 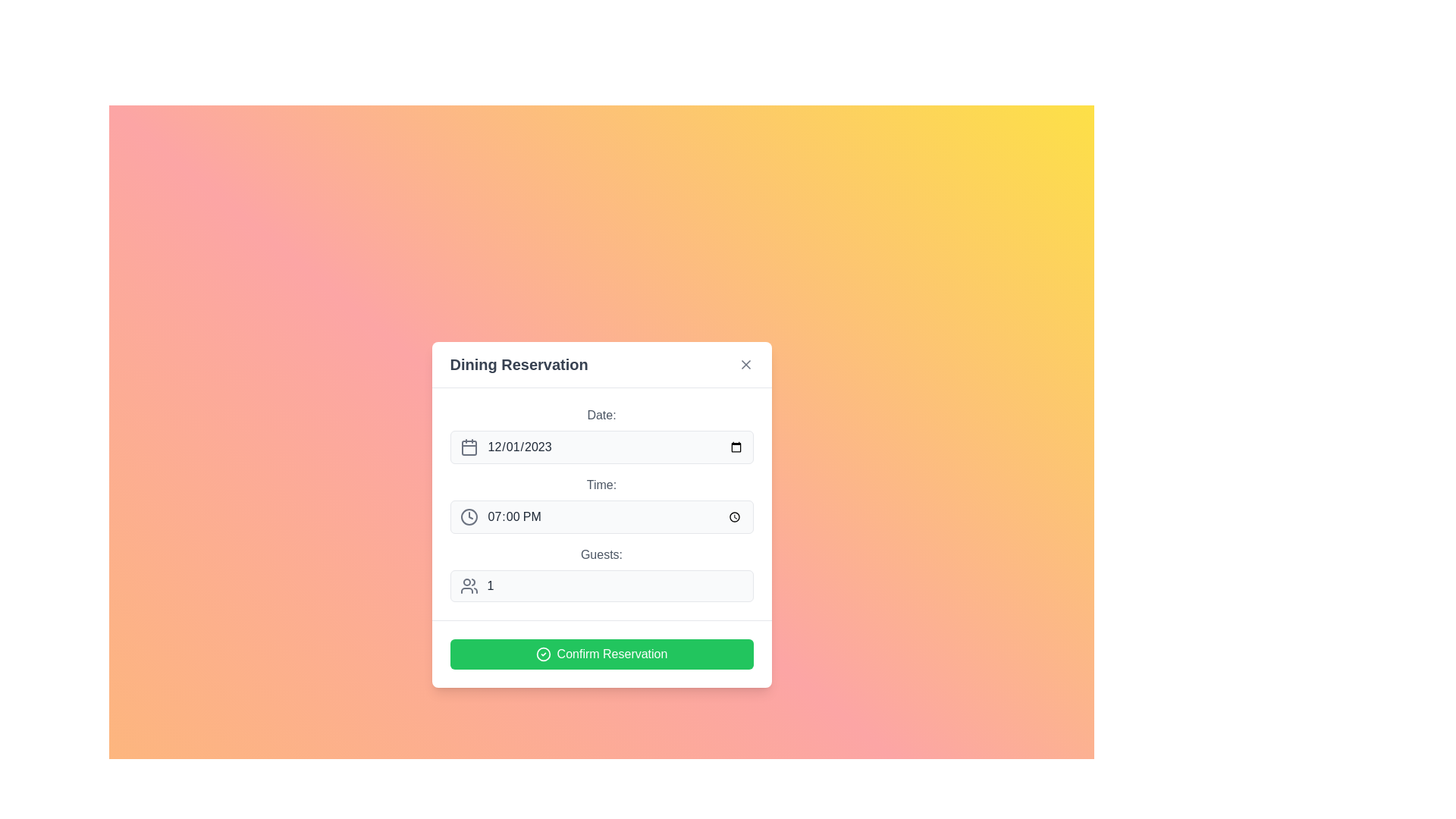 I want to click on the close button, which is a small gray 'X' icon located in the top-right corner of the 'Dining Reservation' modal, so click(x=745, y=365).